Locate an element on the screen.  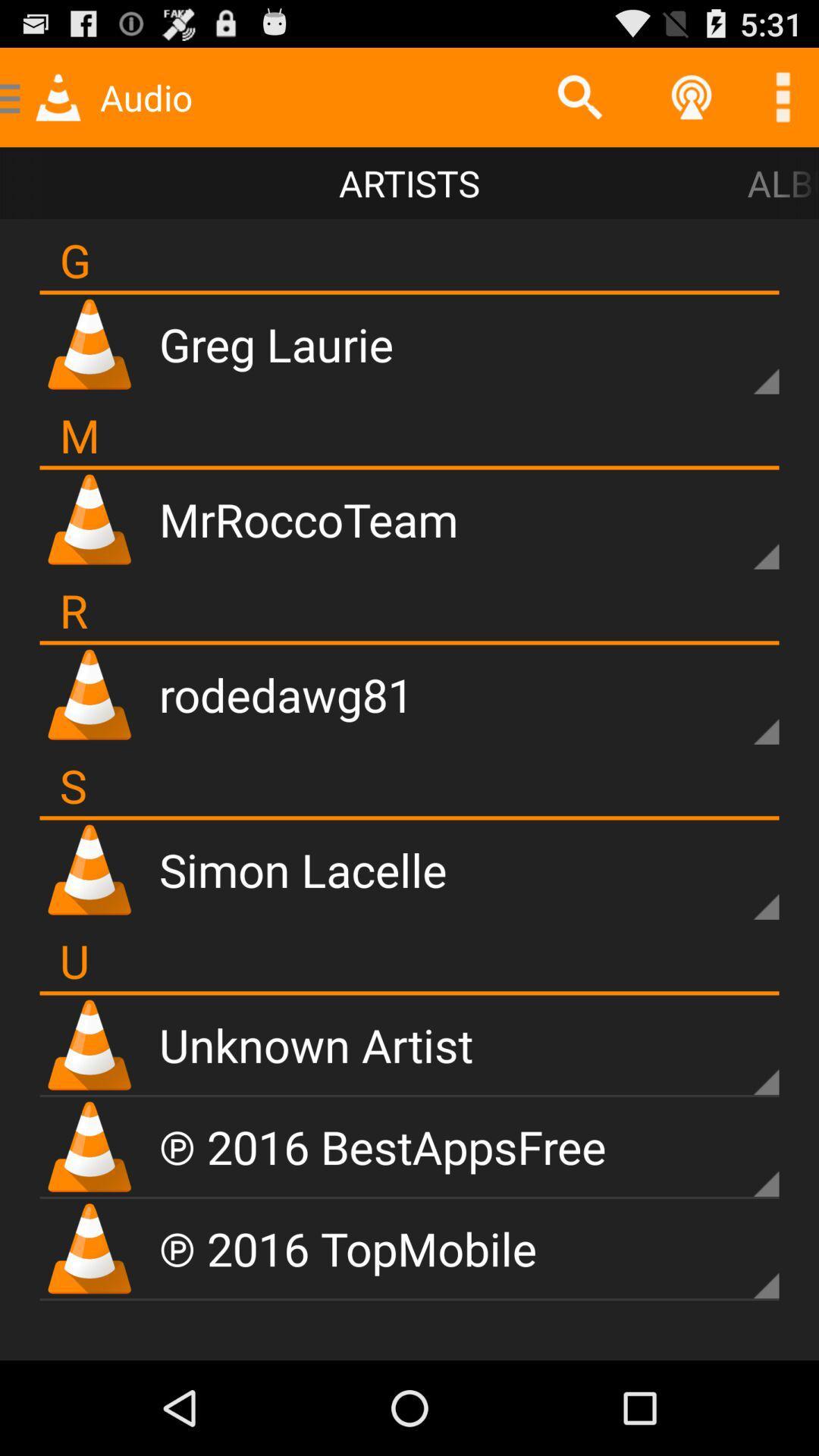
artist is located at coordinates (739, 531).